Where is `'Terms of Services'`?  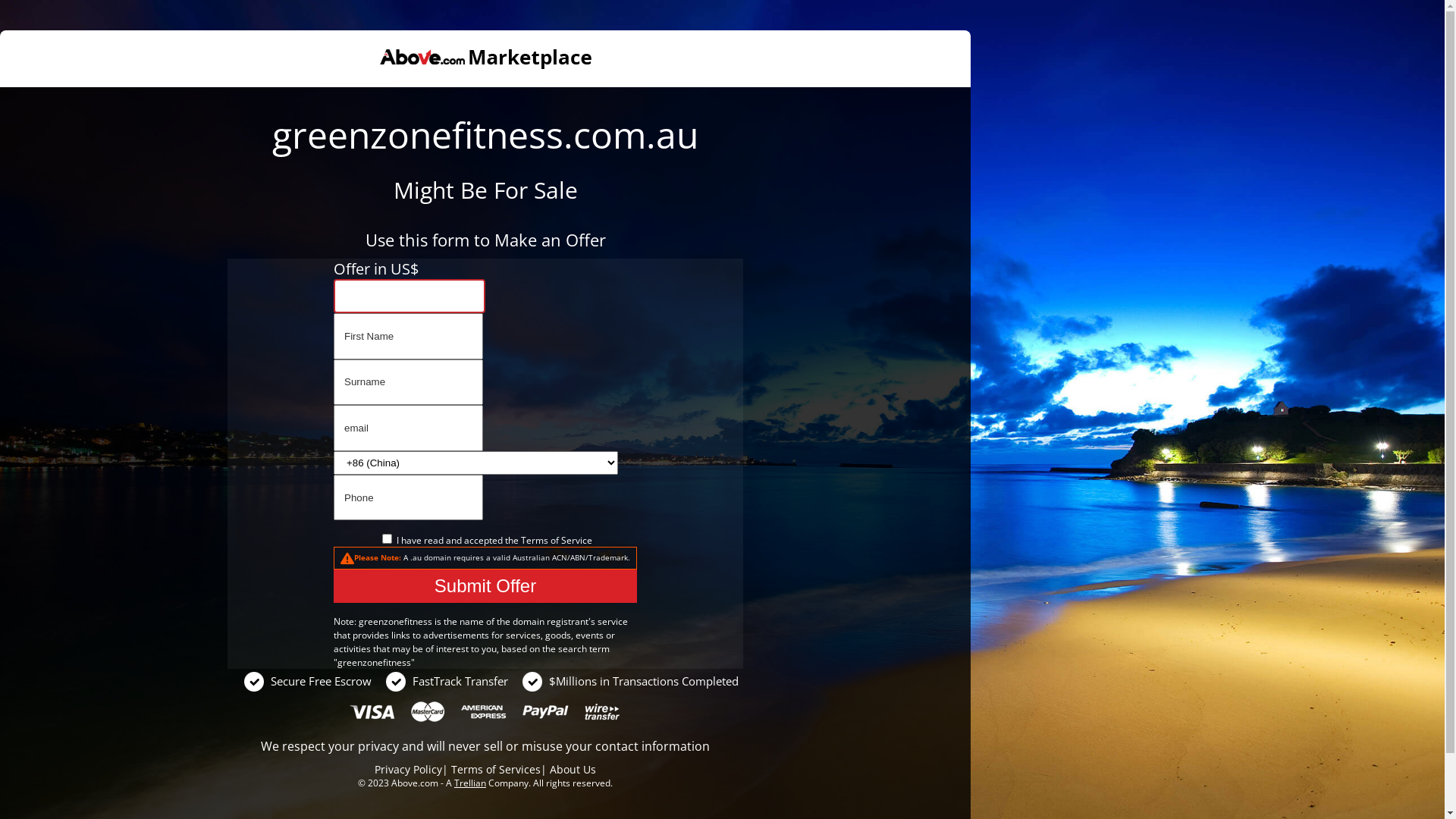
'Terms of Services' is located at coordinates (450, 769).